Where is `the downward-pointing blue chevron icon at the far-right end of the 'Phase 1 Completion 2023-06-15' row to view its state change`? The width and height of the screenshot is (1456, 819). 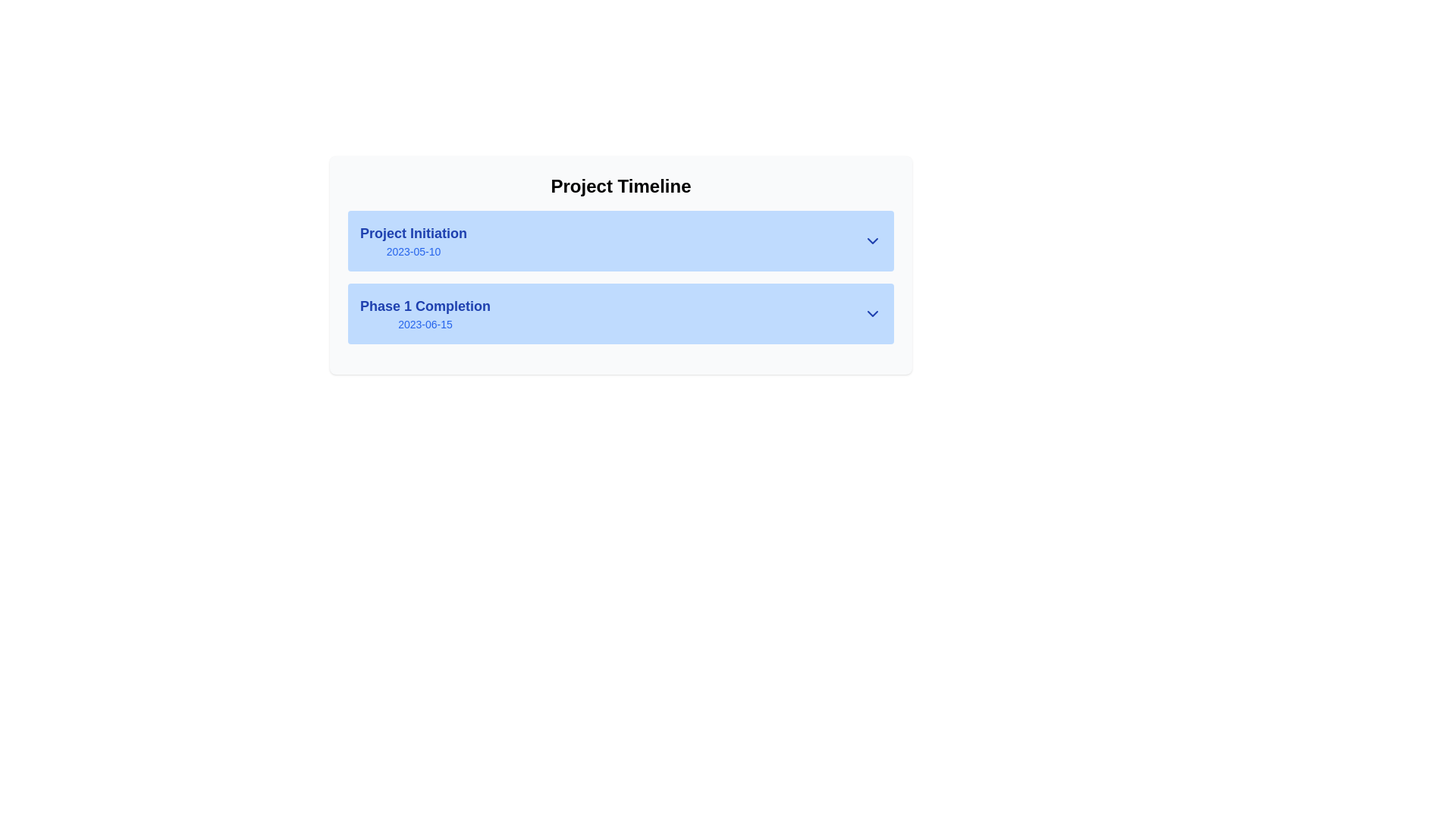 the downward-pointing blue chevron icon at the far-right end of the 'Phase 1 Completion 2023-06-15' row to view its state change is located at coordinates (873, 312).